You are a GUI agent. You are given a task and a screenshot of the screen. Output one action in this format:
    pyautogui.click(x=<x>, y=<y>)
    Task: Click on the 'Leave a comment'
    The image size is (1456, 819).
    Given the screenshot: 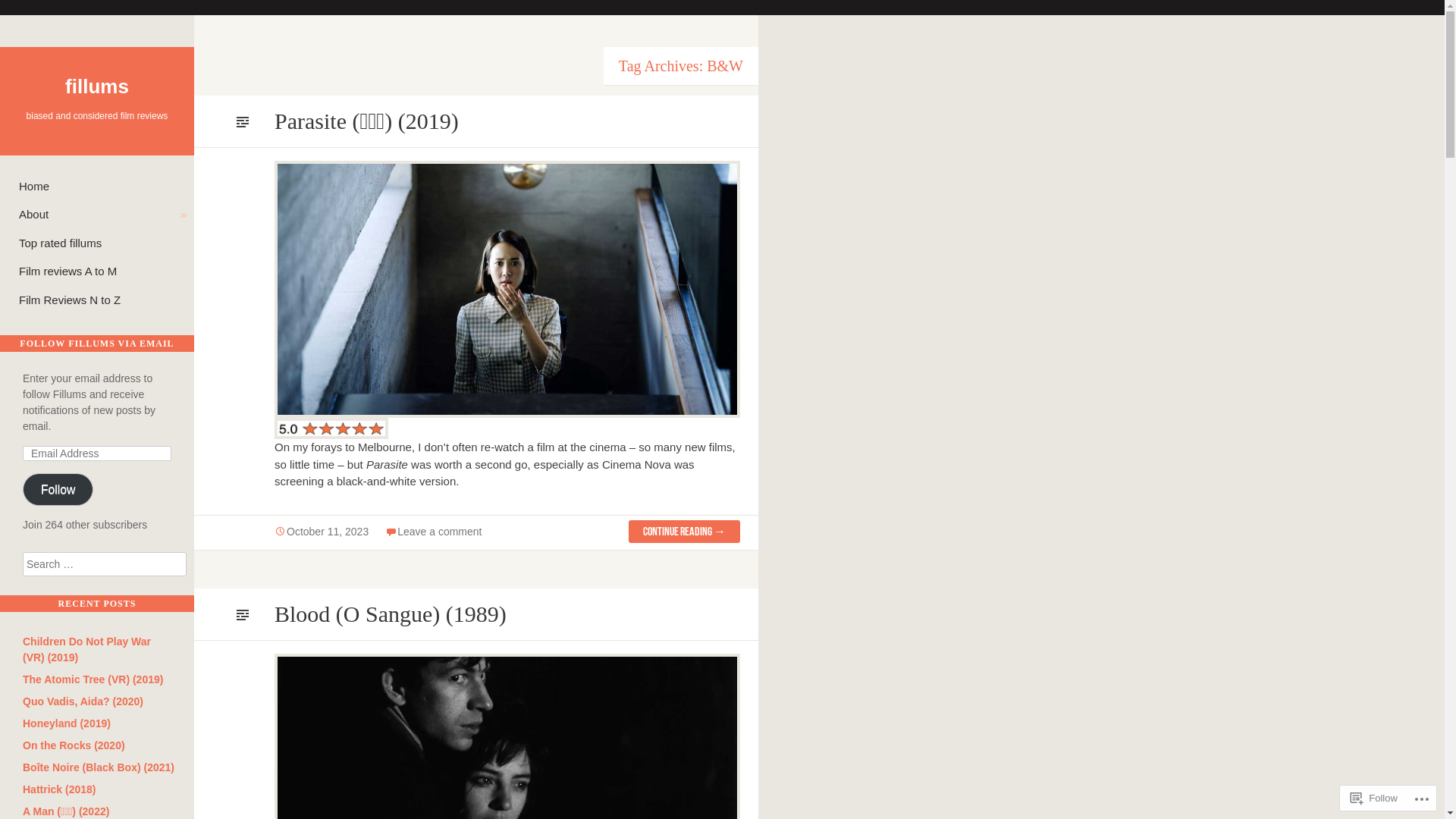 What is the action you would take?
    pyautogui.click(x=397, y=531)
    